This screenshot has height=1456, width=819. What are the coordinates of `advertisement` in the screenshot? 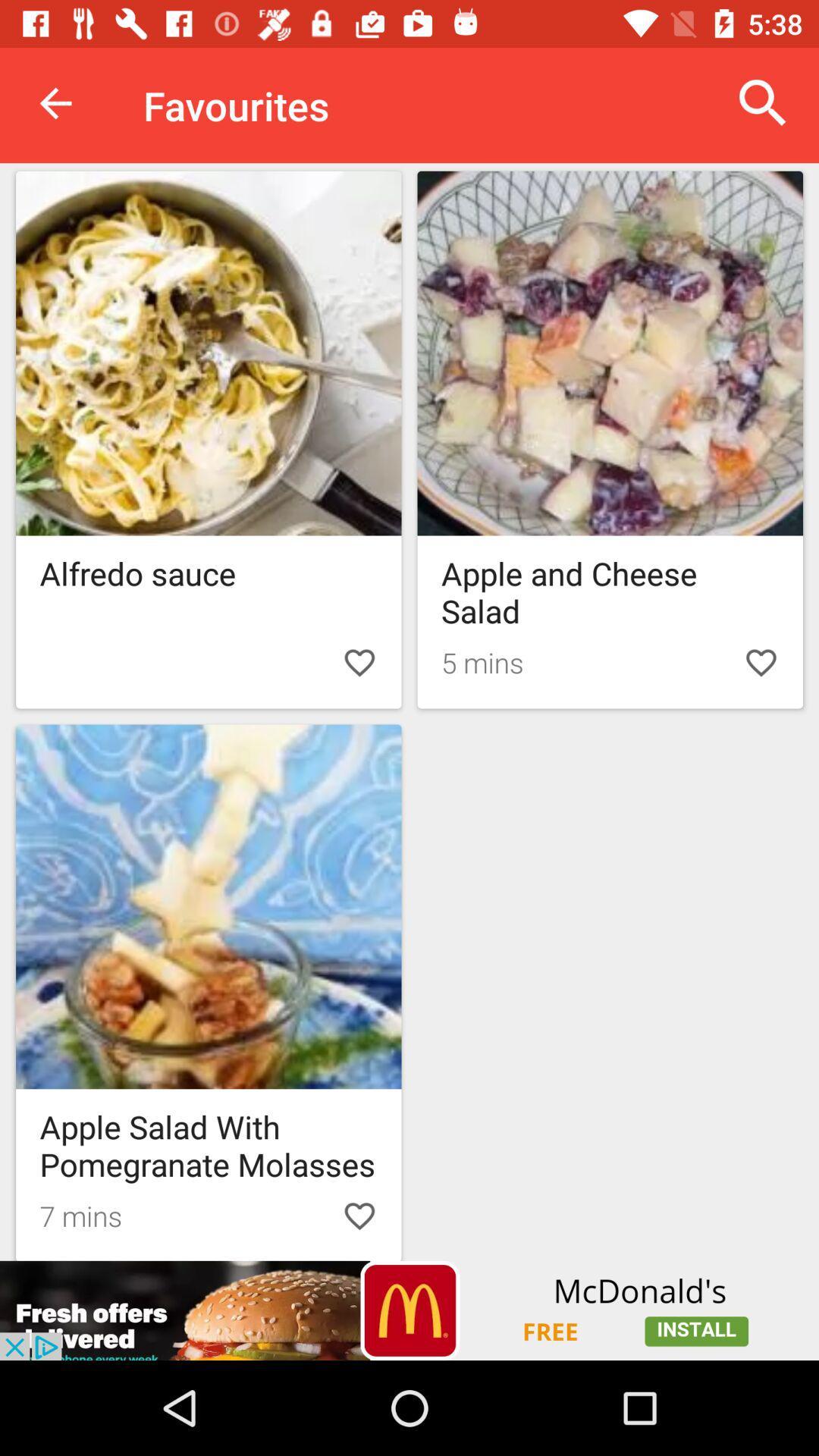 It's located at (409, 1310).